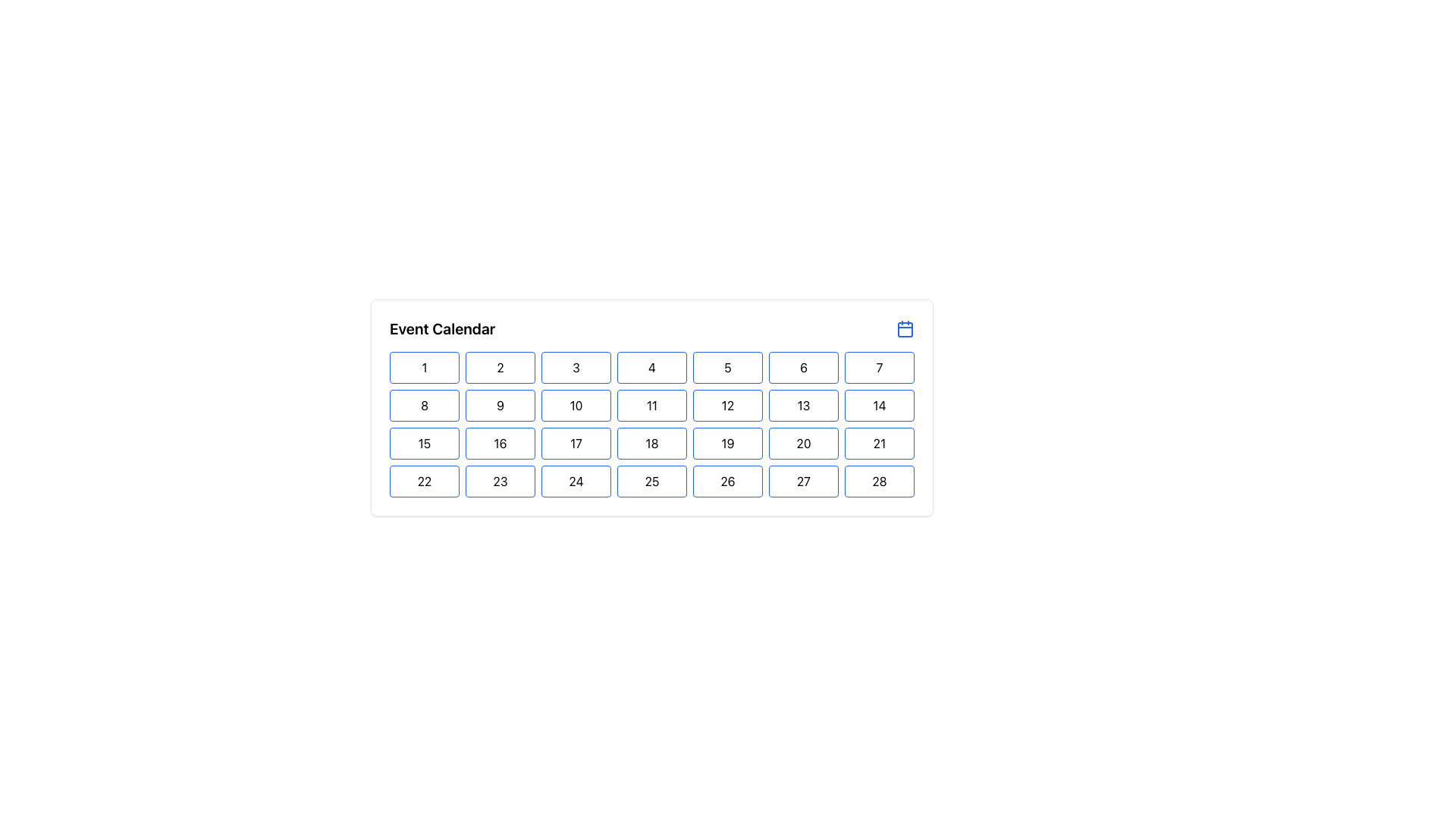  Describe the element at coordinates (500, 482) in the screenshot. I see `the button representing the 23rd day of the month in the calendar interface` at that location.